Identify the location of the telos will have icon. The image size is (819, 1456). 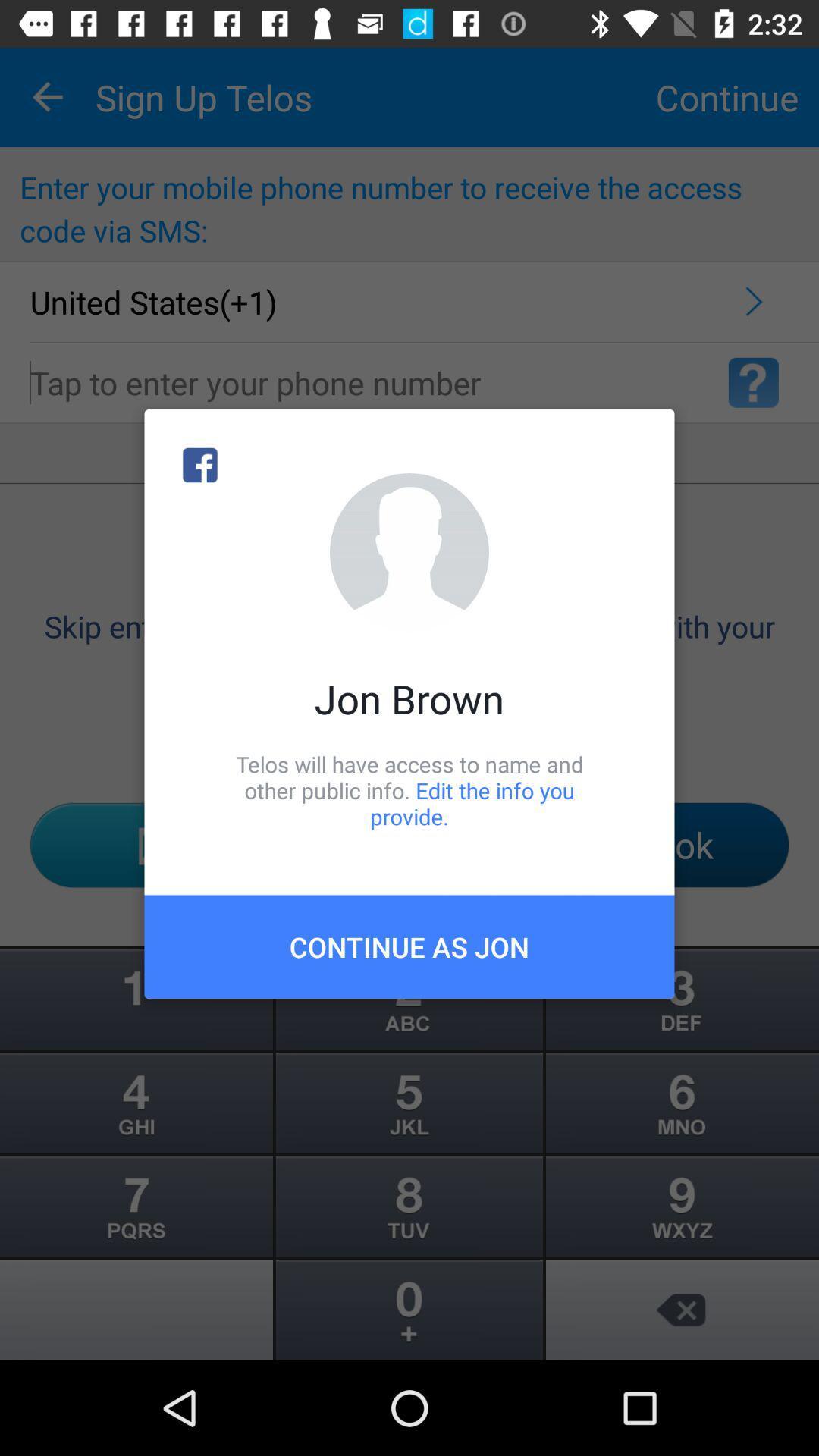
(409, 789).